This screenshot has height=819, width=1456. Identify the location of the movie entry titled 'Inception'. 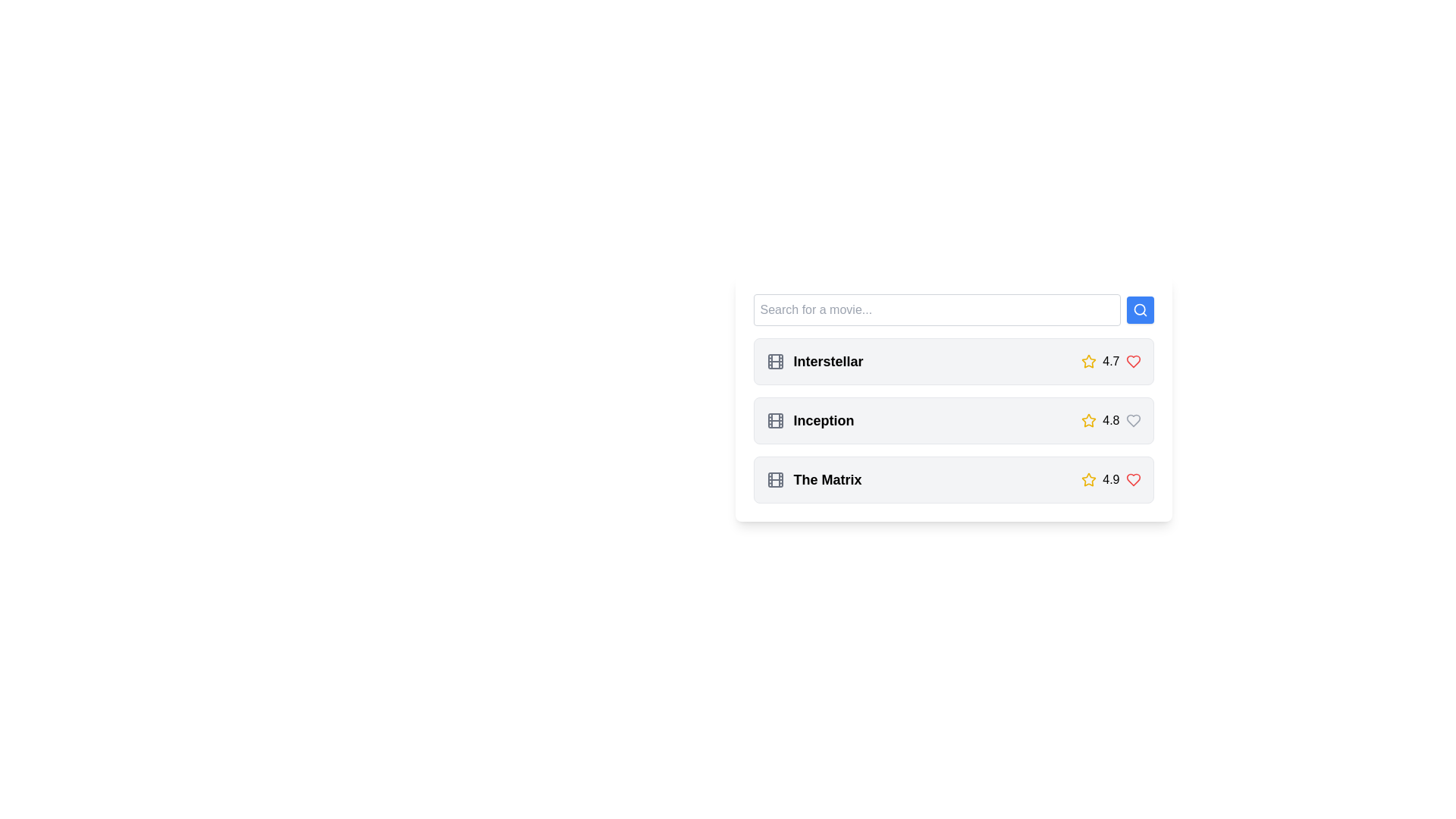
(809, 421).